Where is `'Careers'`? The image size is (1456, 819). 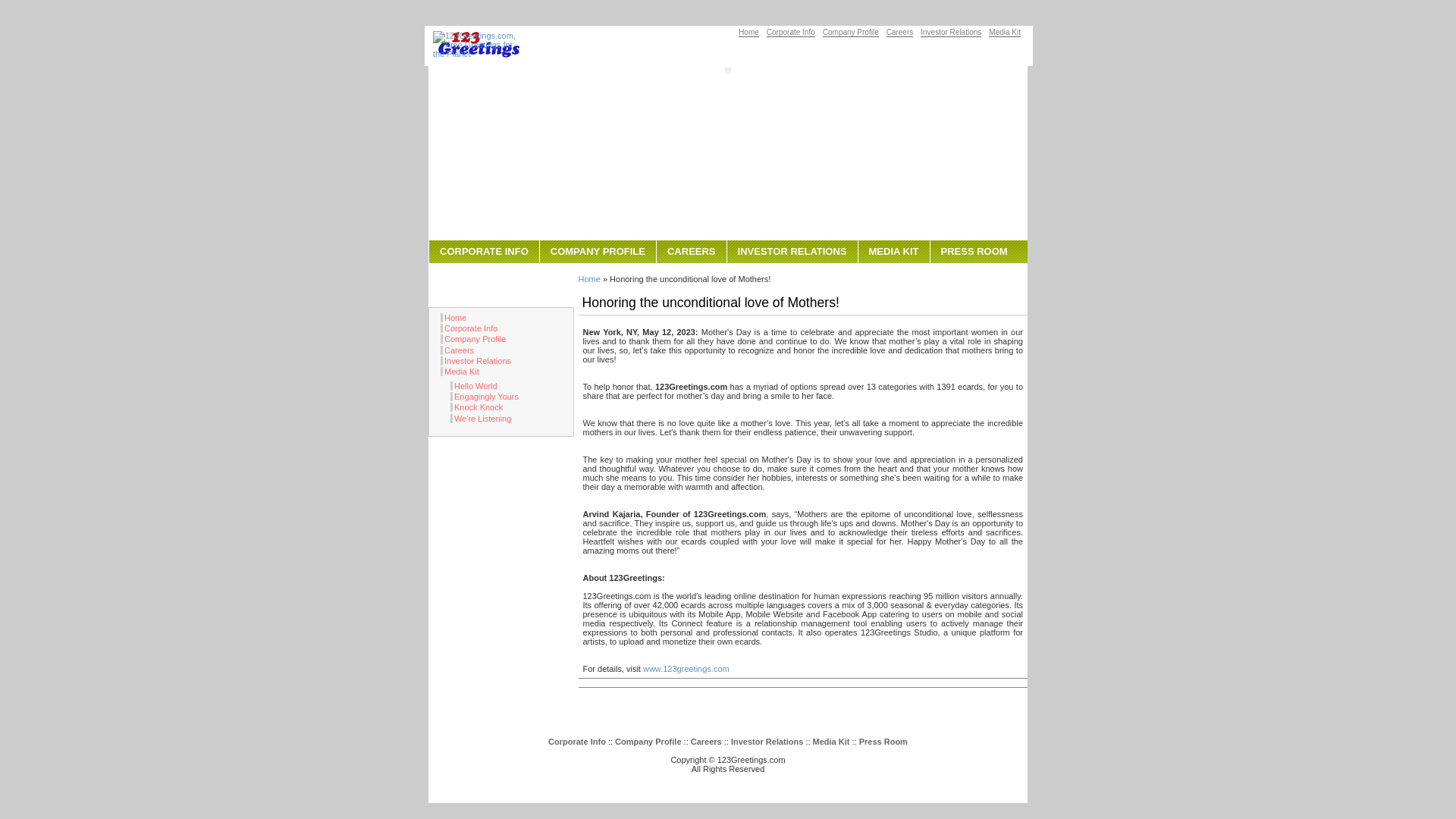 'Careers' is located at coordinates (705, 741).